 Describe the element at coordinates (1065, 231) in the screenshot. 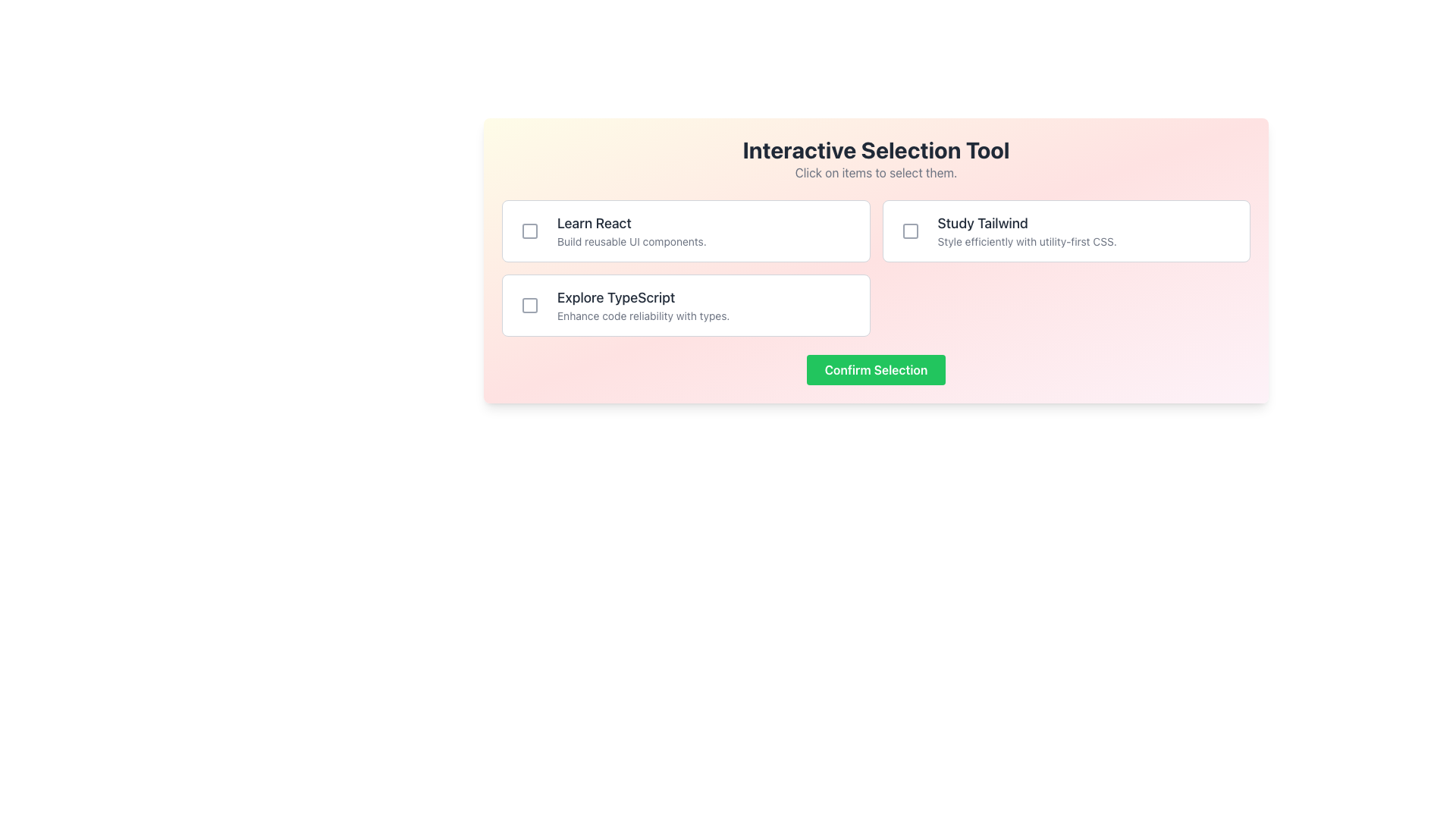

I see `the 'Study Tailwind' checkbox list item, which is the second item in its row, located in the top-right section of the grid` at that location.